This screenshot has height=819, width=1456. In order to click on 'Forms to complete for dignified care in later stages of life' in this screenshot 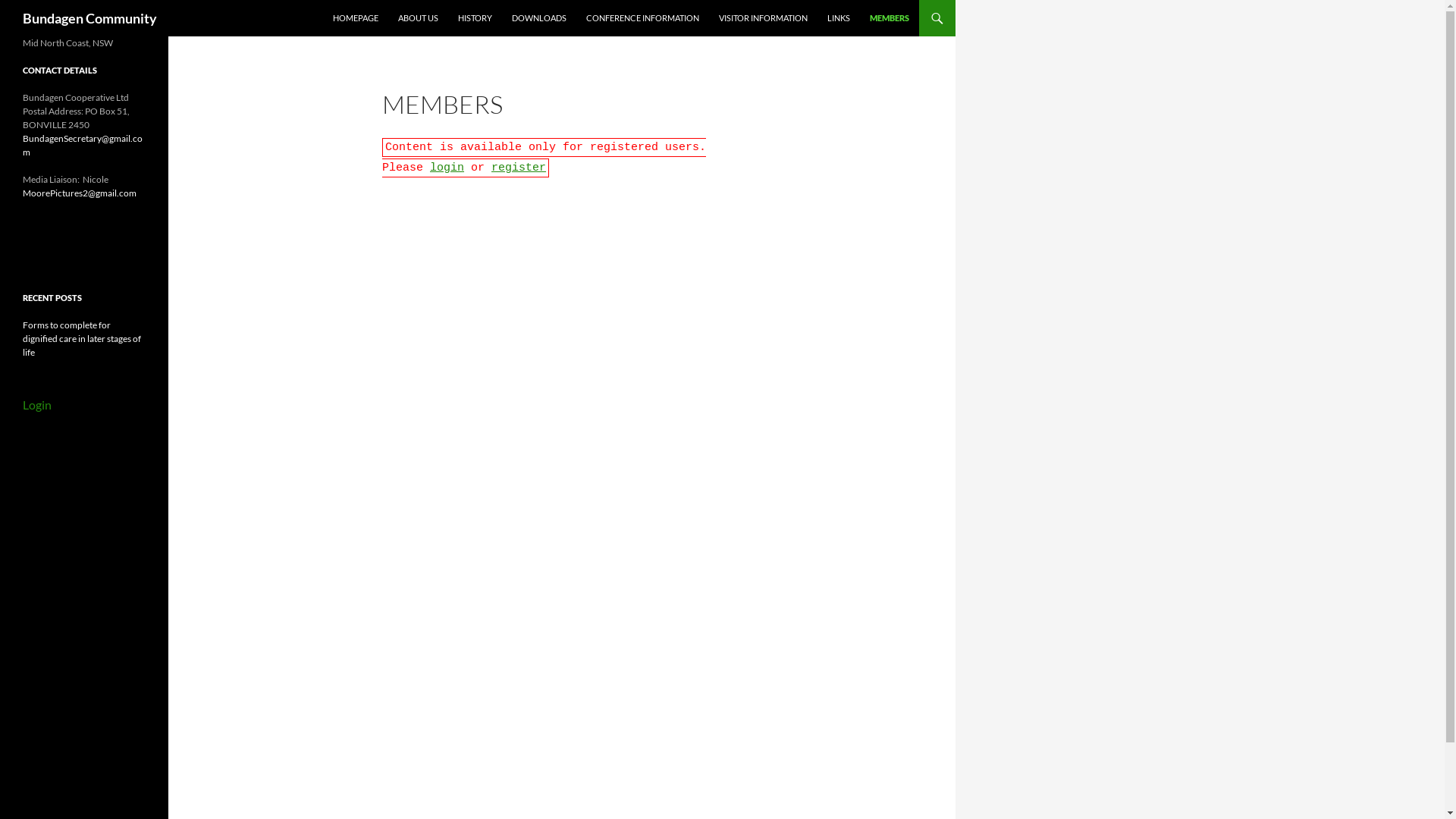, I will do `click(22, 337)`.